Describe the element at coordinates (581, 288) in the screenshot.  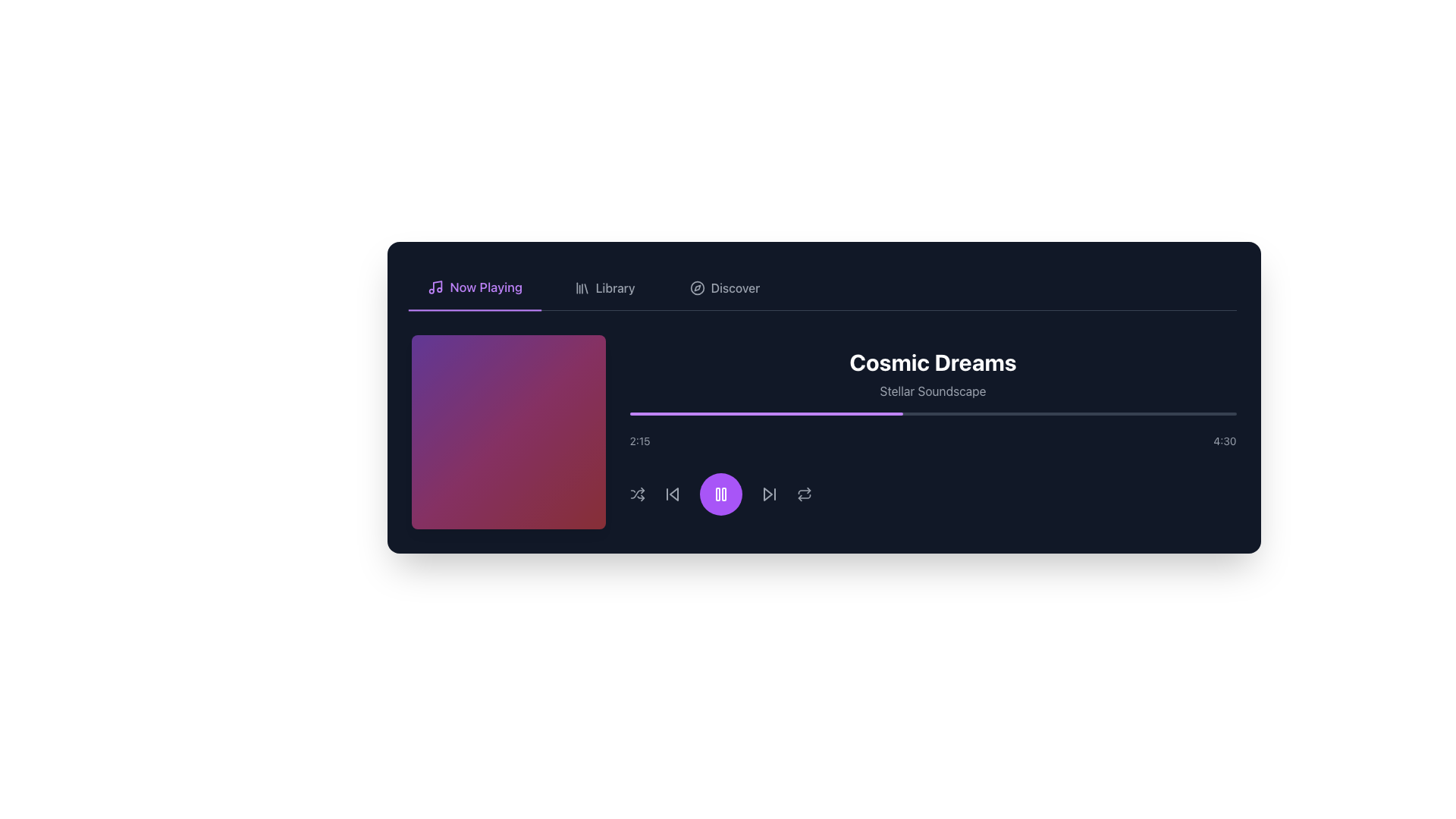
I see `the SVG library icon located in the navigation bar, which resembles books on a shelf` at that location.